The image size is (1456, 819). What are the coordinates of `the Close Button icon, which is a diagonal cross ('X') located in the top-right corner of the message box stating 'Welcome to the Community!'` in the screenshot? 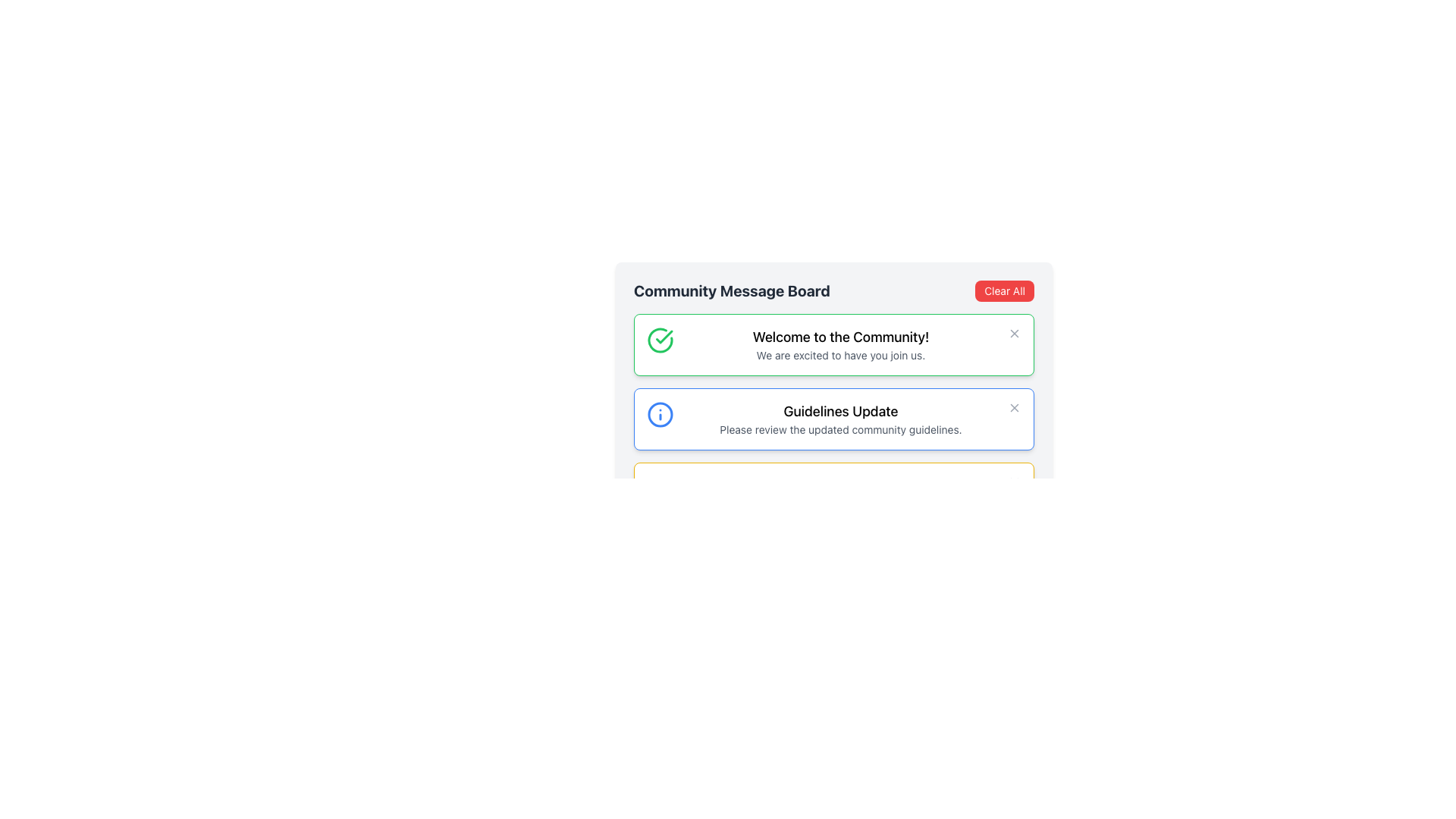 It's located at (1015, 406).